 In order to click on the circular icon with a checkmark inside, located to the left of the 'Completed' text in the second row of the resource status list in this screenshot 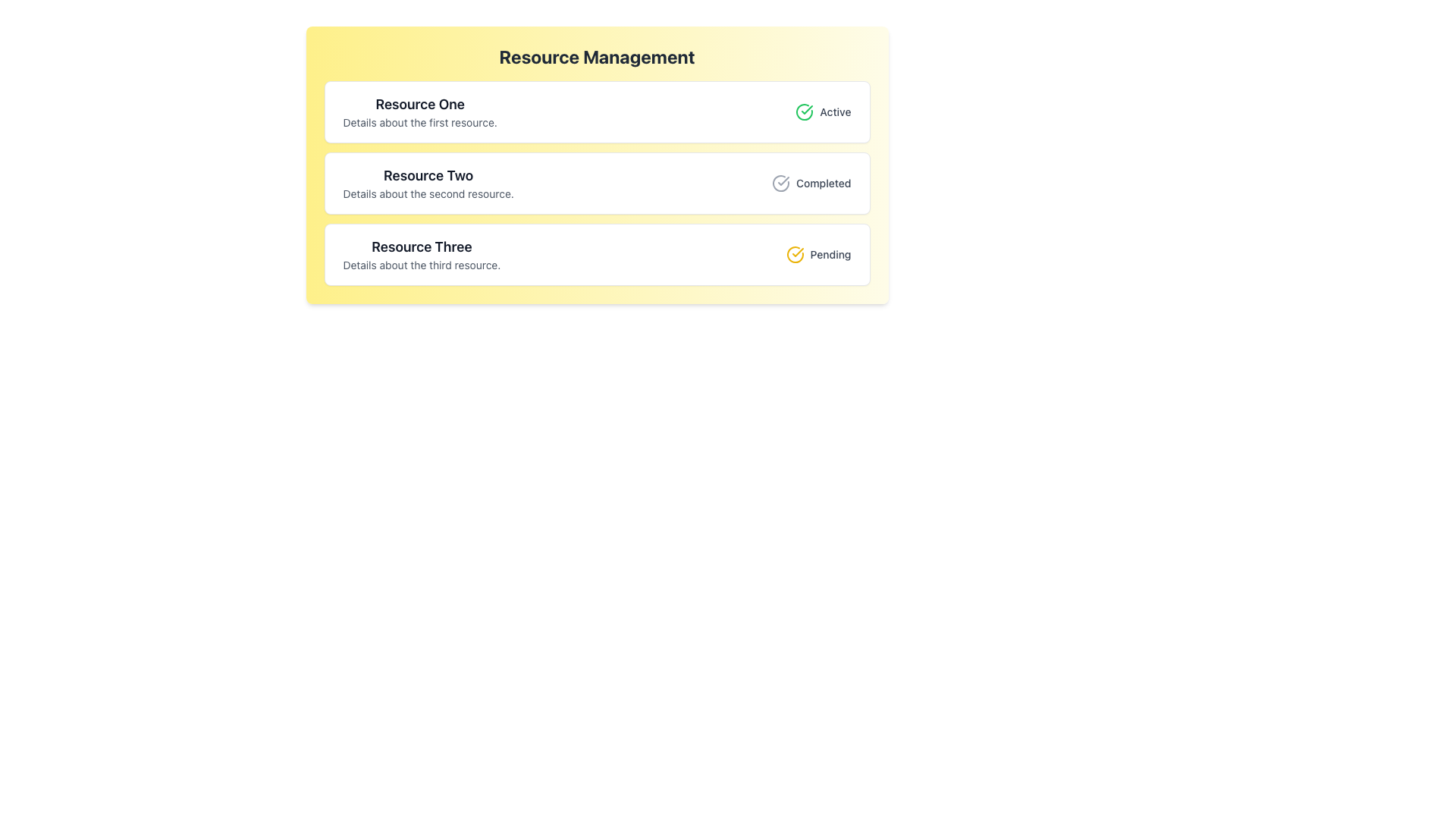, I will do `click(781, 183)`.